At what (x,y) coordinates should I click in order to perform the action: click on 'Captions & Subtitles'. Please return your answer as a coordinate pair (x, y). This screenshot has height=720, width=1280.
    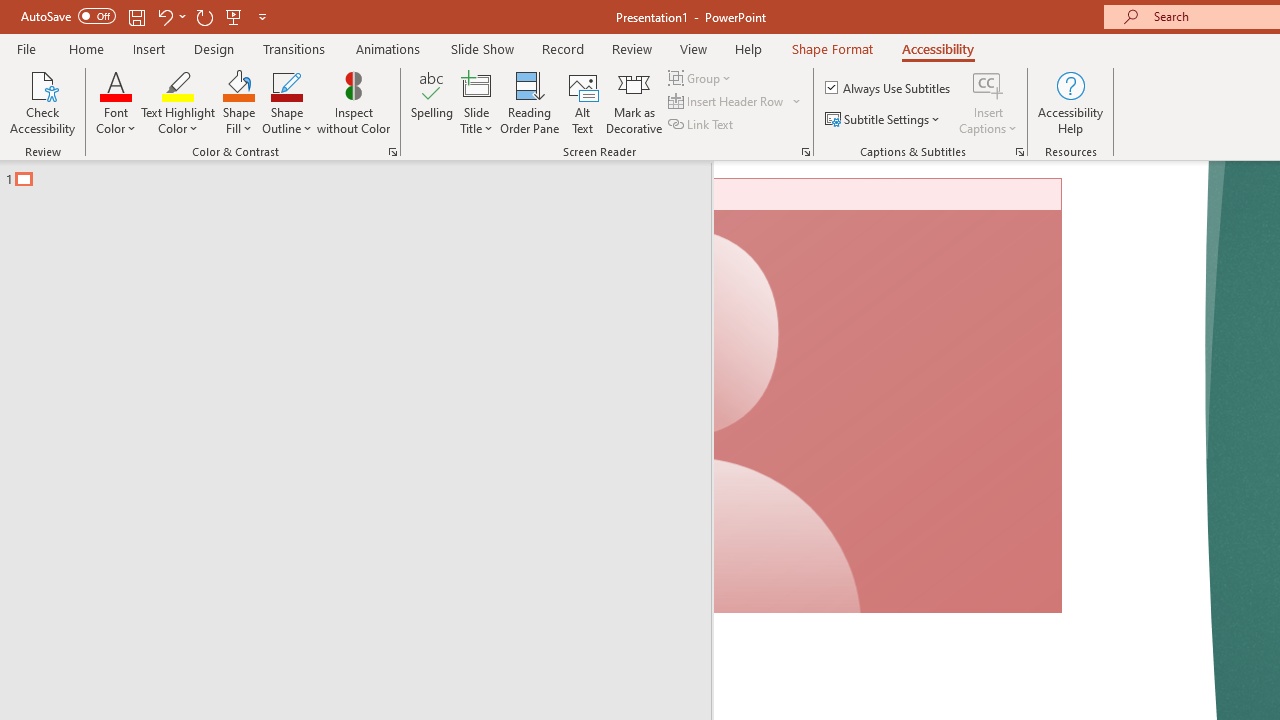
    Looking at the image, I should click on (1020, 150).